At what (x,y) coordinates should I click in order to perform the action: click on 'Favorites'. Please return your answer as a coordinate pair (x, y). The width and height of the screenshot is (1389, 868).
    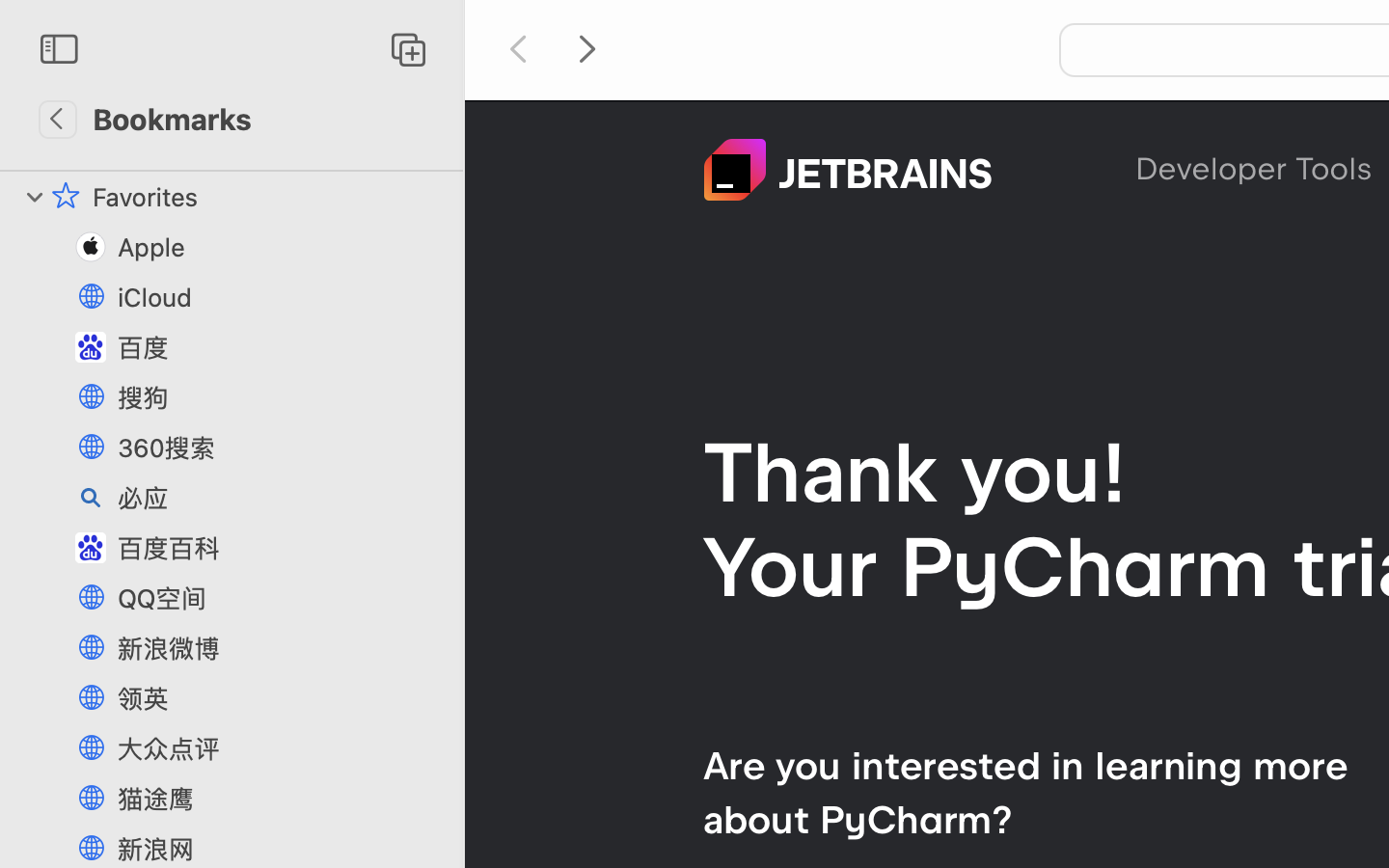
    Looking at the image, I should click on (267, 197).